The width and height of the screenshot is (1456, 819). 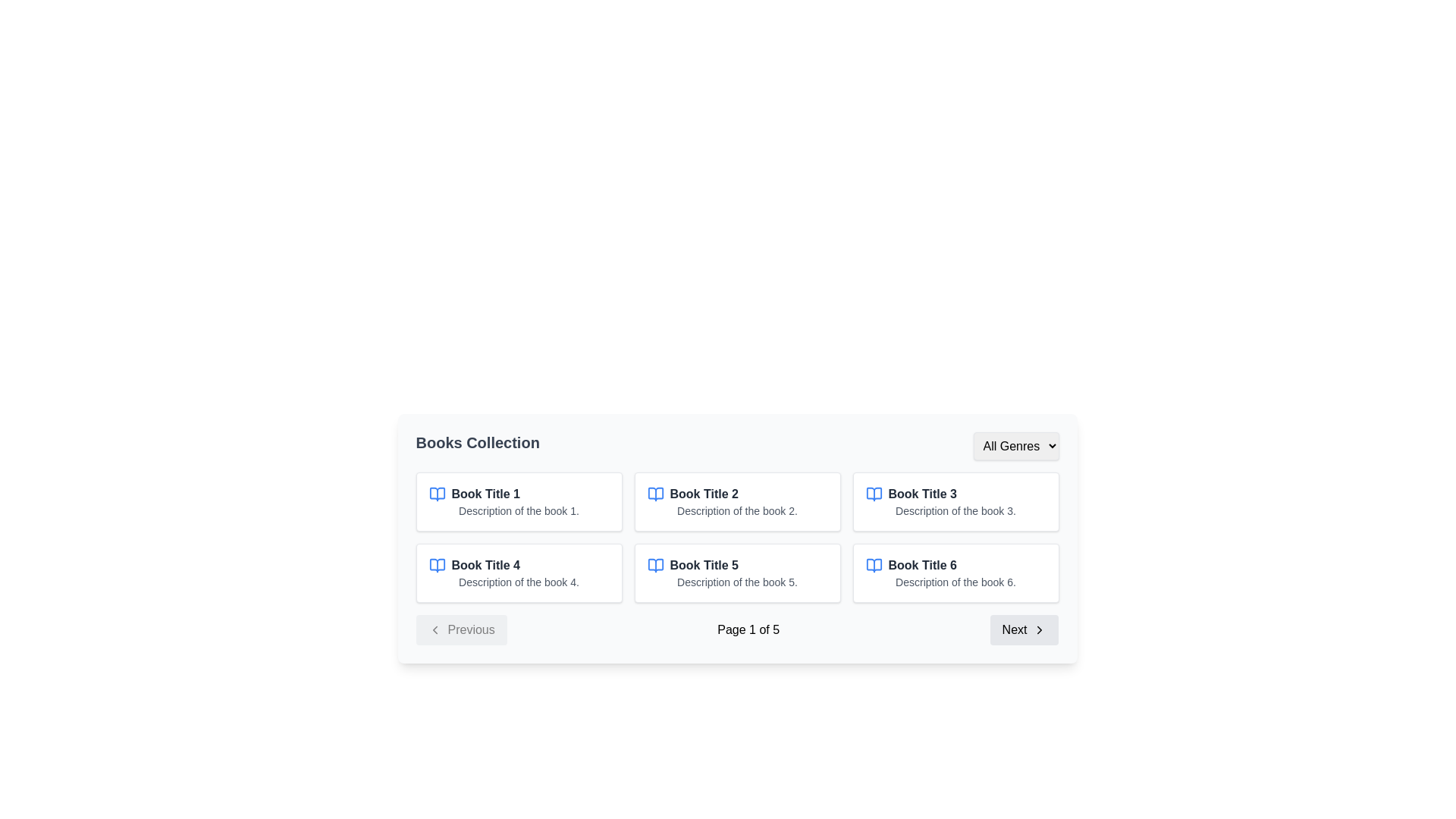 I want to click on title of the book displayed in the text label located near the top of the second card in the grid layout, so click(x=737, y=494).